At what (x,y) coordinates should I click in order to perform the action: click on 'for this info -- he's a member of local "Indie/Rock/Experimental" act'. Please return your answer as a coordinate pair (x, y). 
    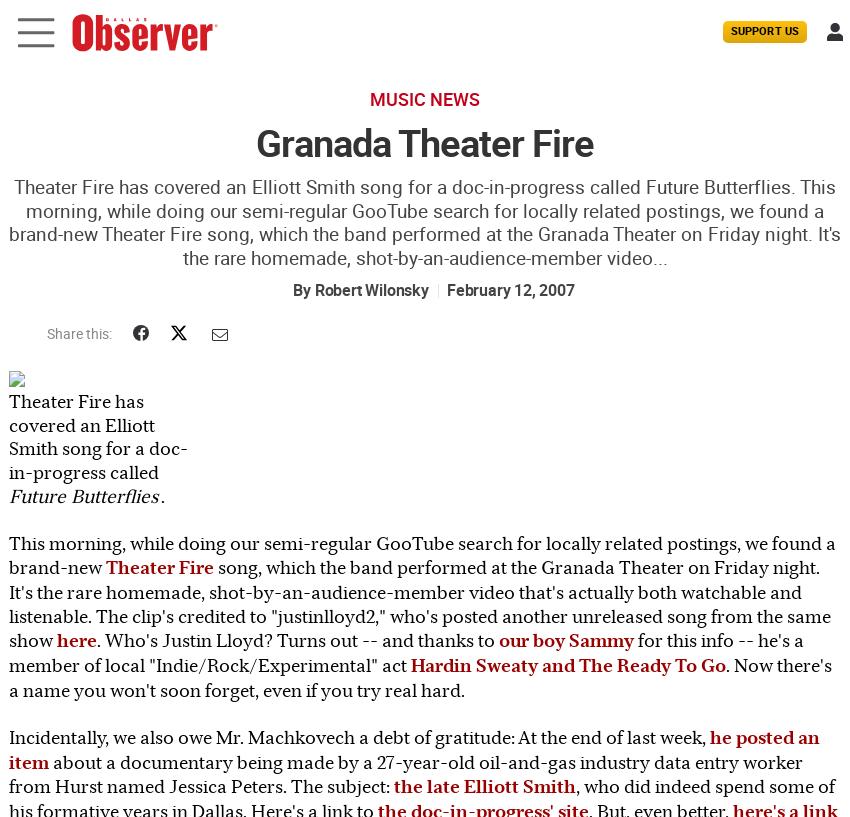
    Looking at the image, I should click on (406, 651).